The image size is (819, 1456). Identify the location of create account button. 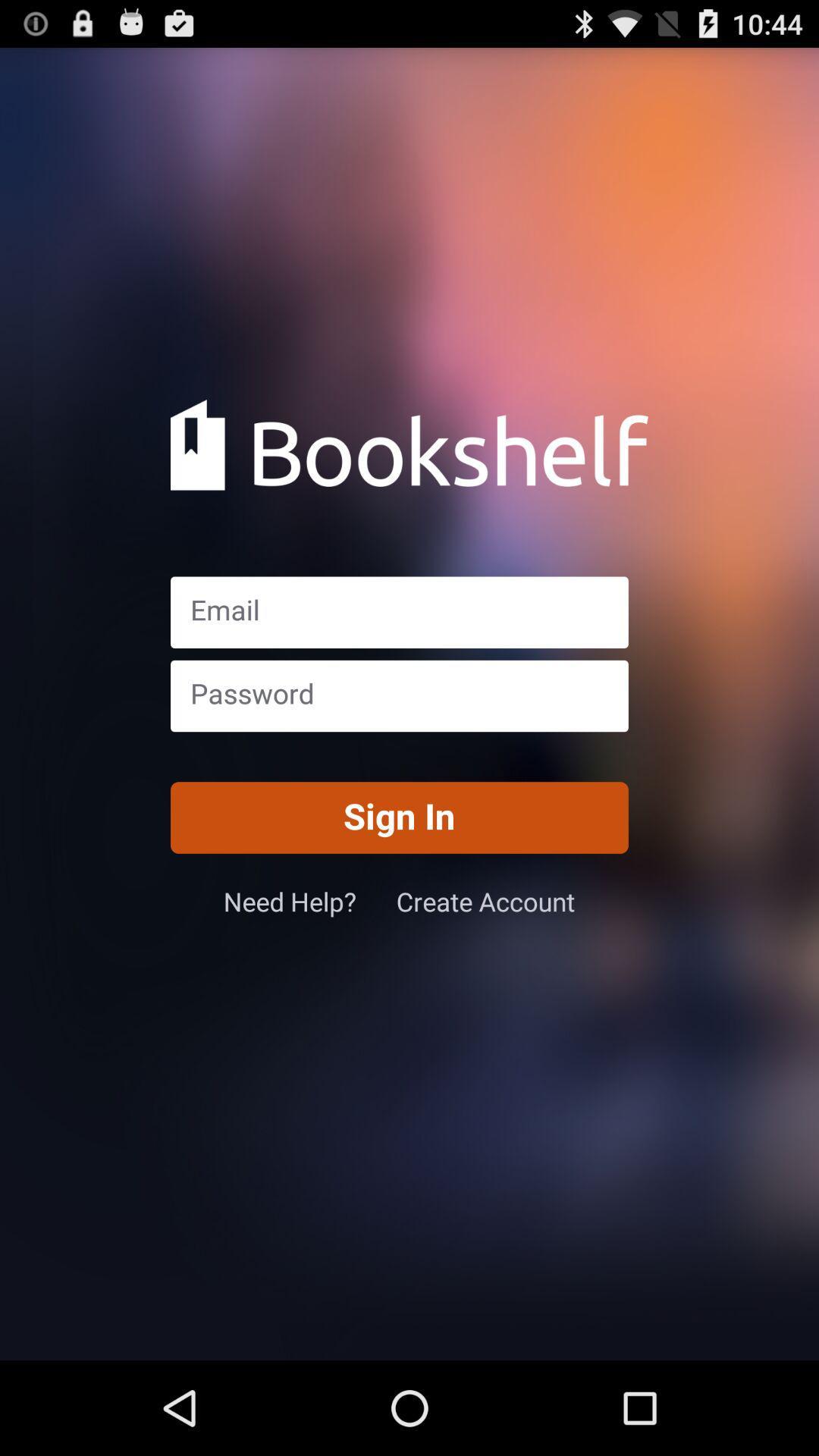
(485, 901).